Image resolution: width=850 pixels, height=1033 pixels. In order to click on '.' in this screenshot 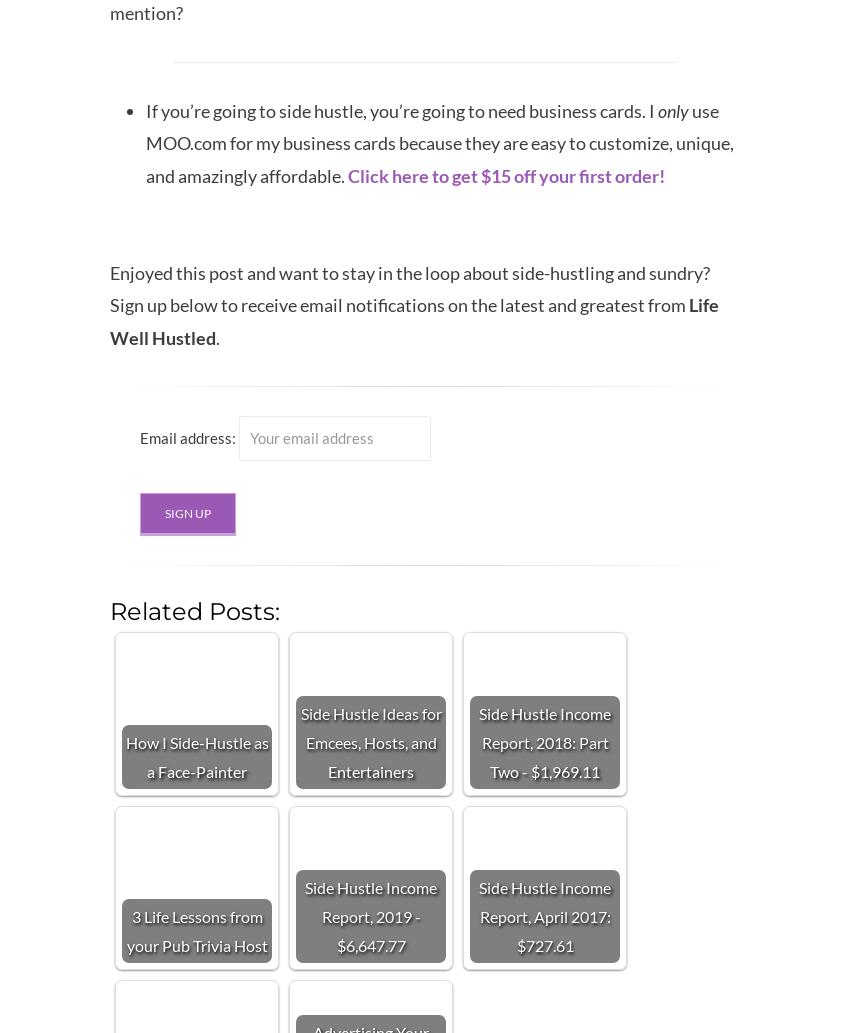, I will do `click(218, 335)`.